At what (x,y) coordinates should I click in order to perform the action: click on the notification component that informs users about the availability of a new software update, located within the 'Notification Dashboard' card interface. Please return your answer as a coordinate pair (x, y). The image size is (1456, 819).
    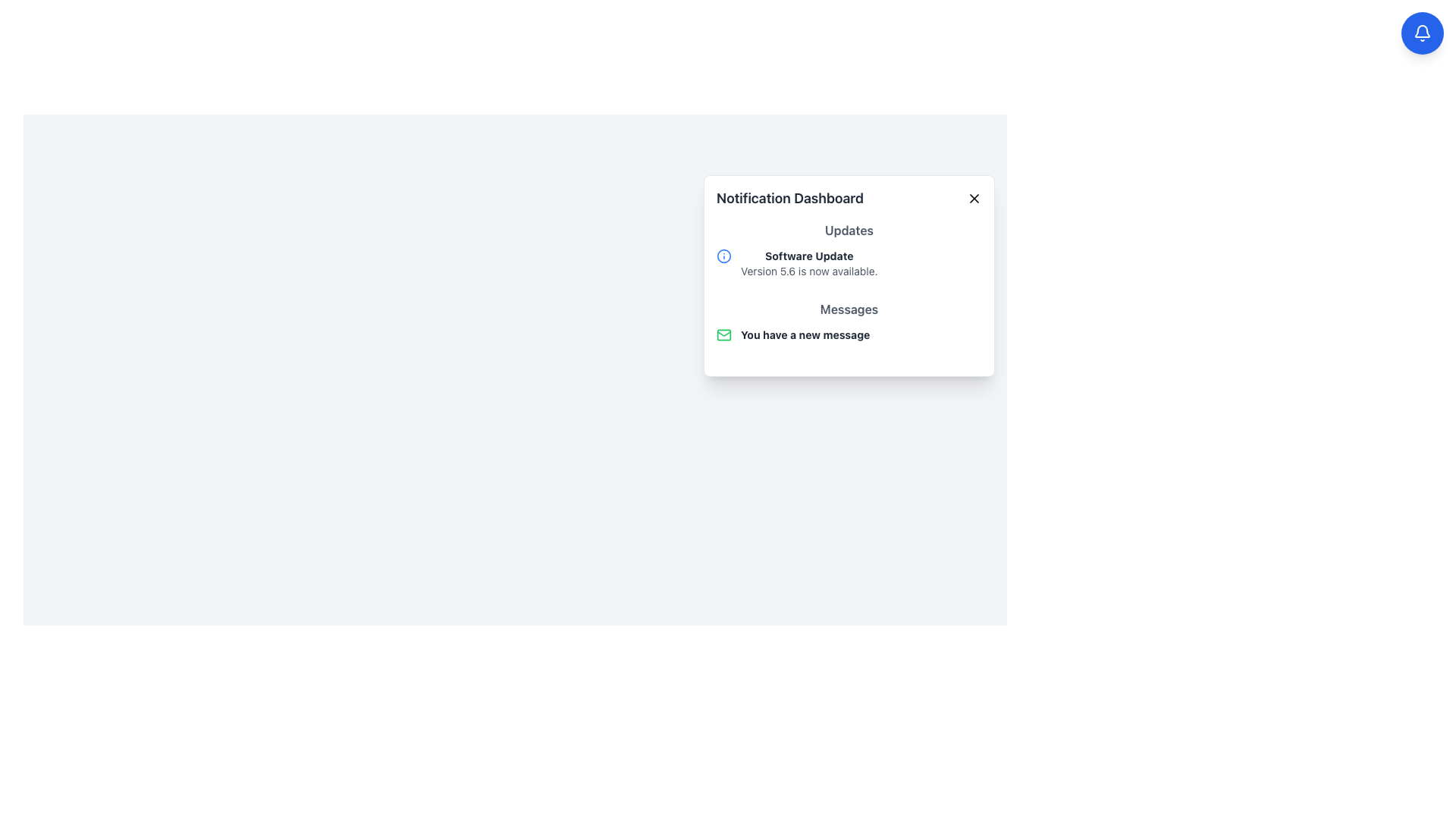
    Looking at the image, I should click on (848, 253).